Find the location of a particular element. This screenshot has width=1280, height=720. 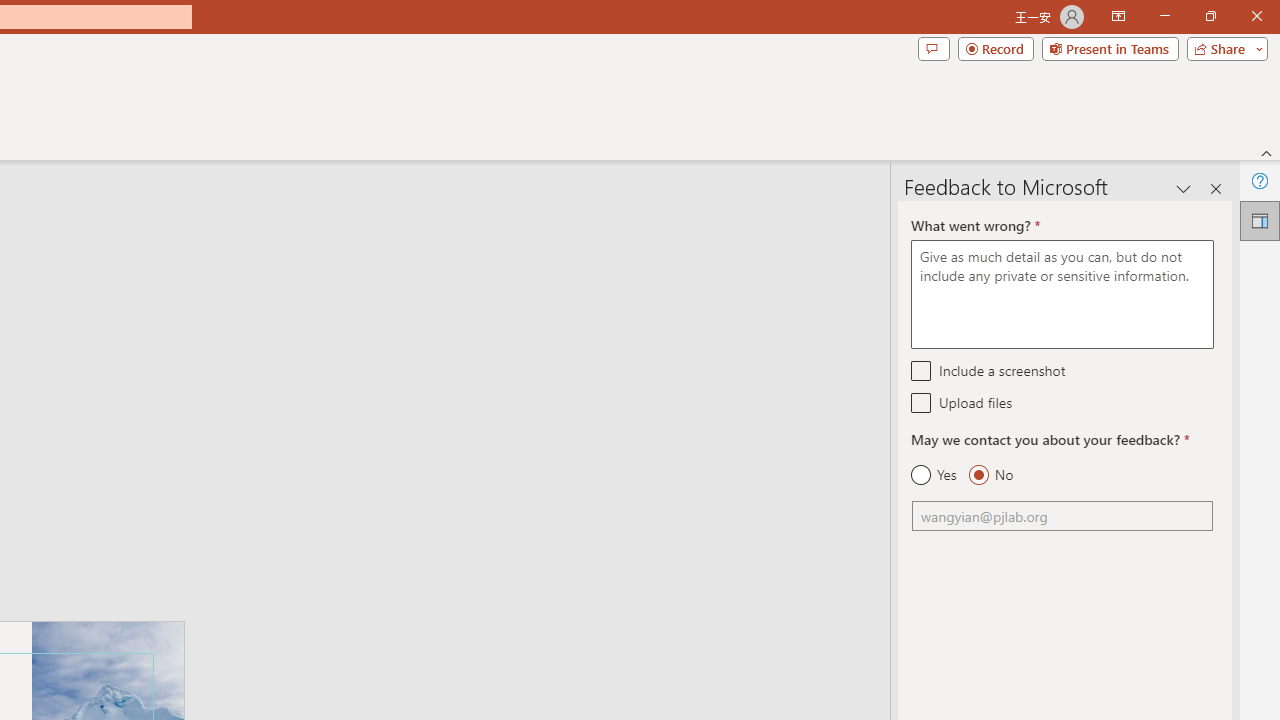

'Ribbon Display Options' is located at coordinates (1117, 16).